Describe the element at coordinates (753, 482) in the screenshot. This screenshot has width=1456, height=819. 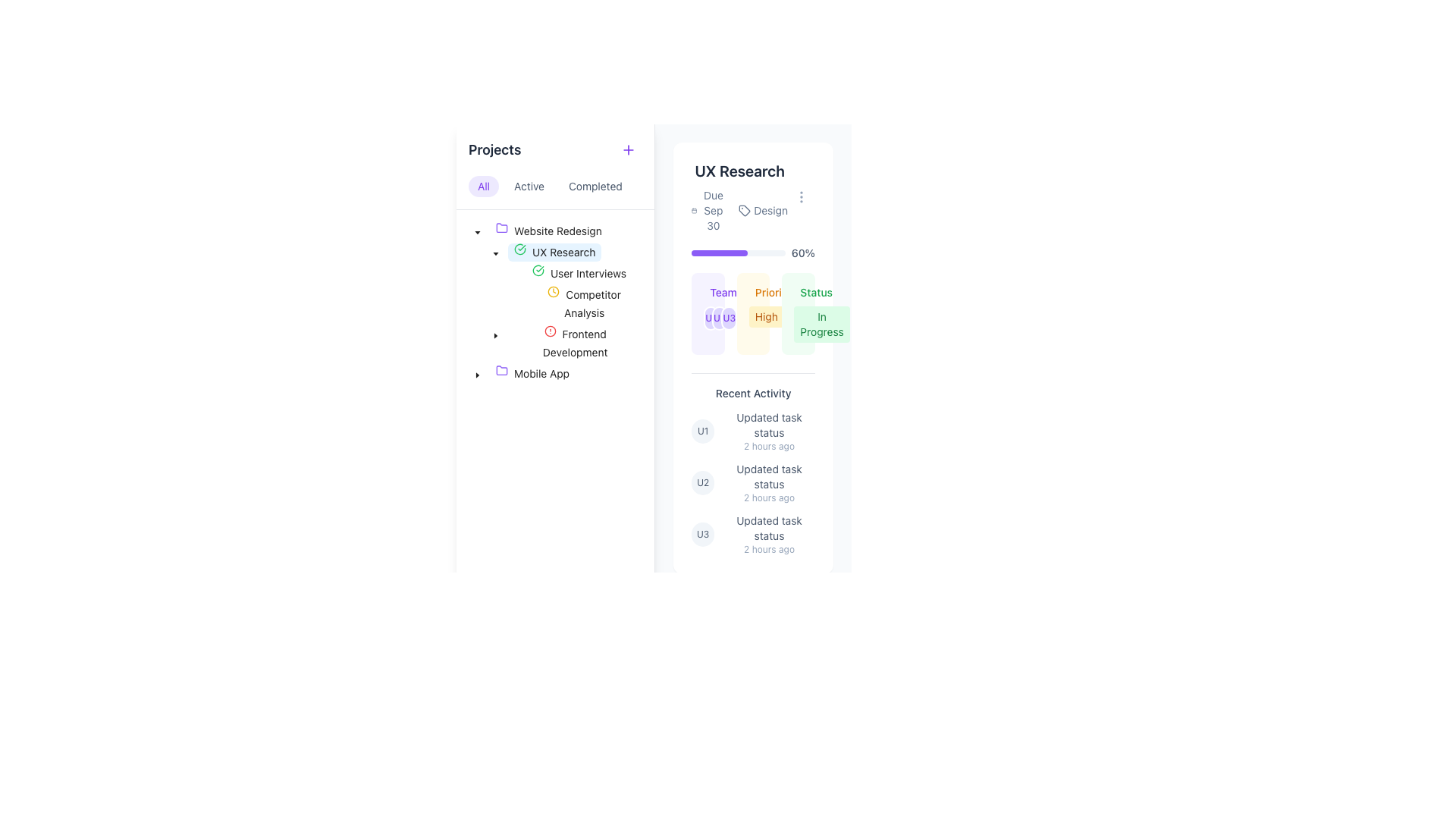
I see `the circular avatar displaying 'U2' or the text 'Updated task status' in the Recent Activity section` at that location.